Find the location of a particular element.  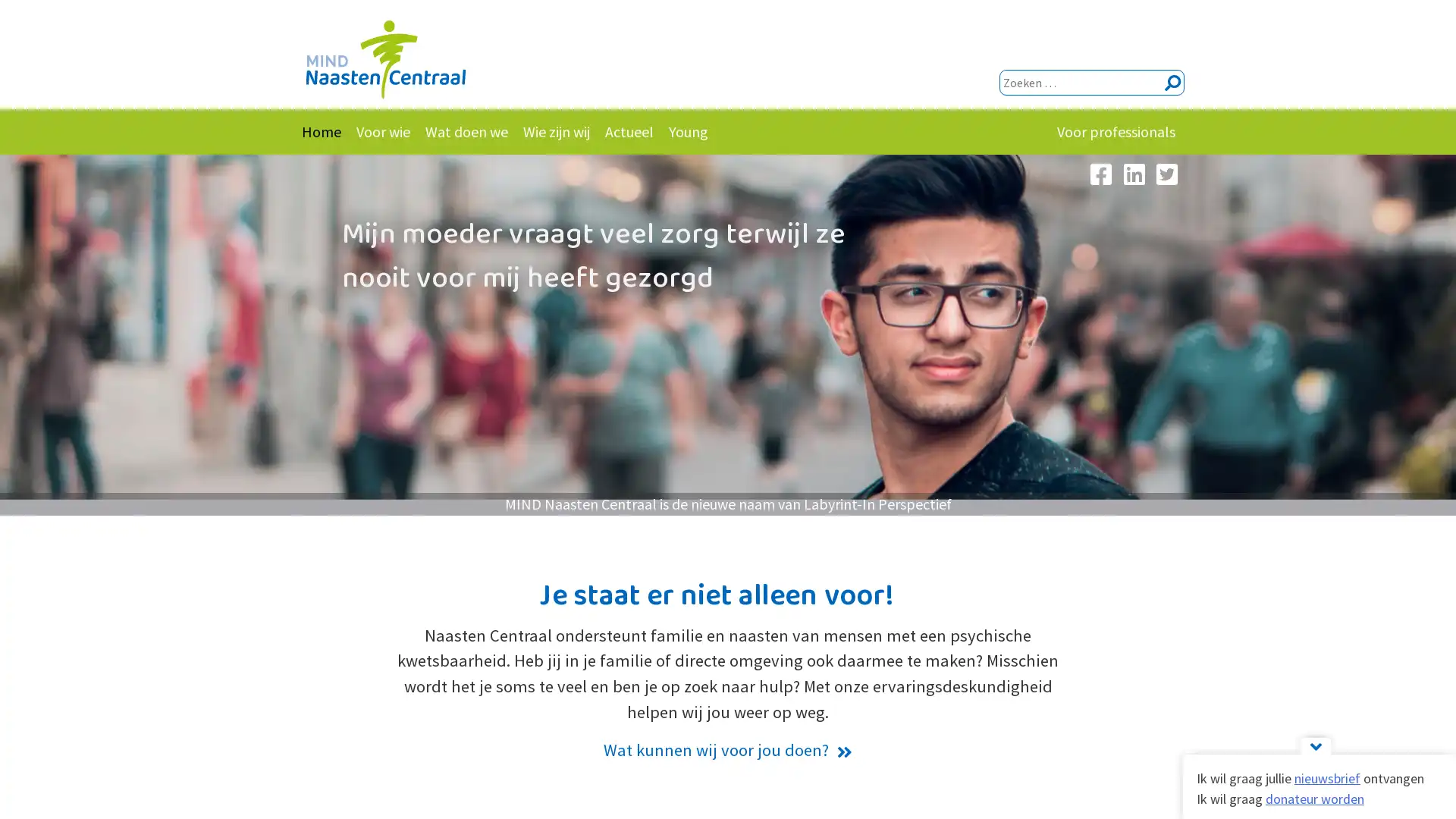

x is located at coordinates (1171, 83).